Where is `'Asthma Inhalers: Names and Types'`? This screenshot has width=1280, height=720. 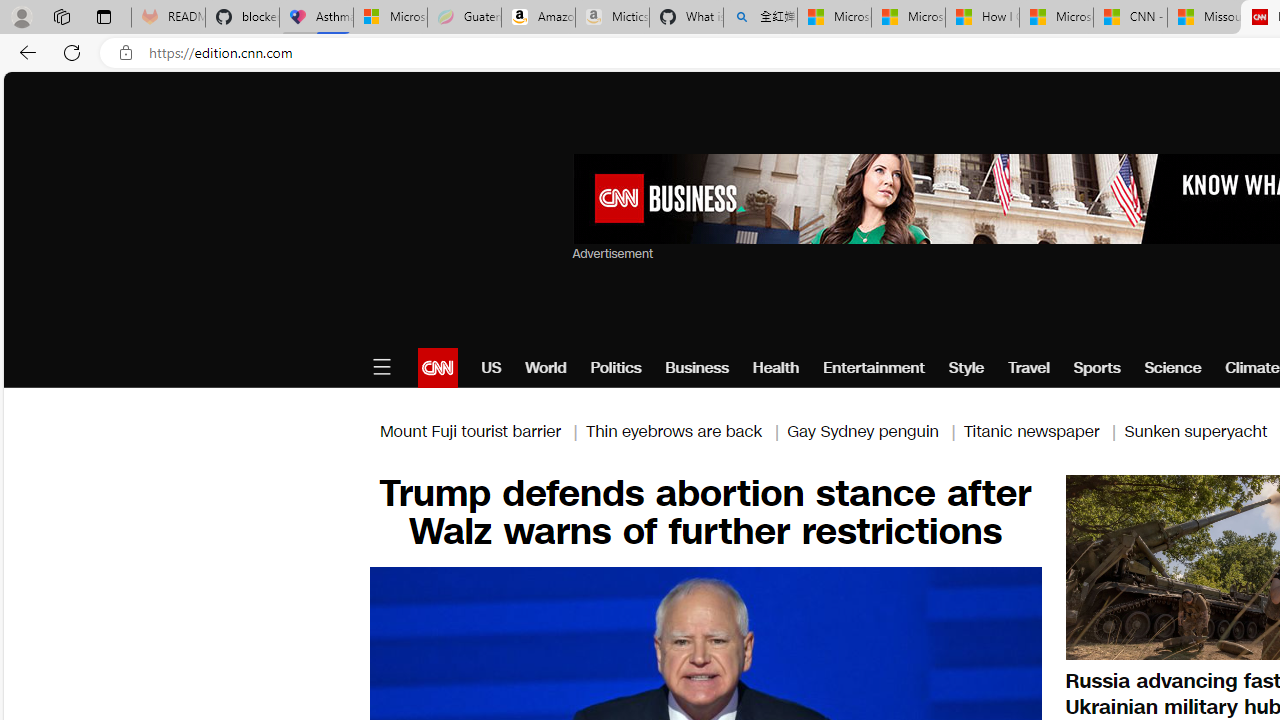
'Asthma Inhalers: Names and Types' is located at coordinates (315, 17).